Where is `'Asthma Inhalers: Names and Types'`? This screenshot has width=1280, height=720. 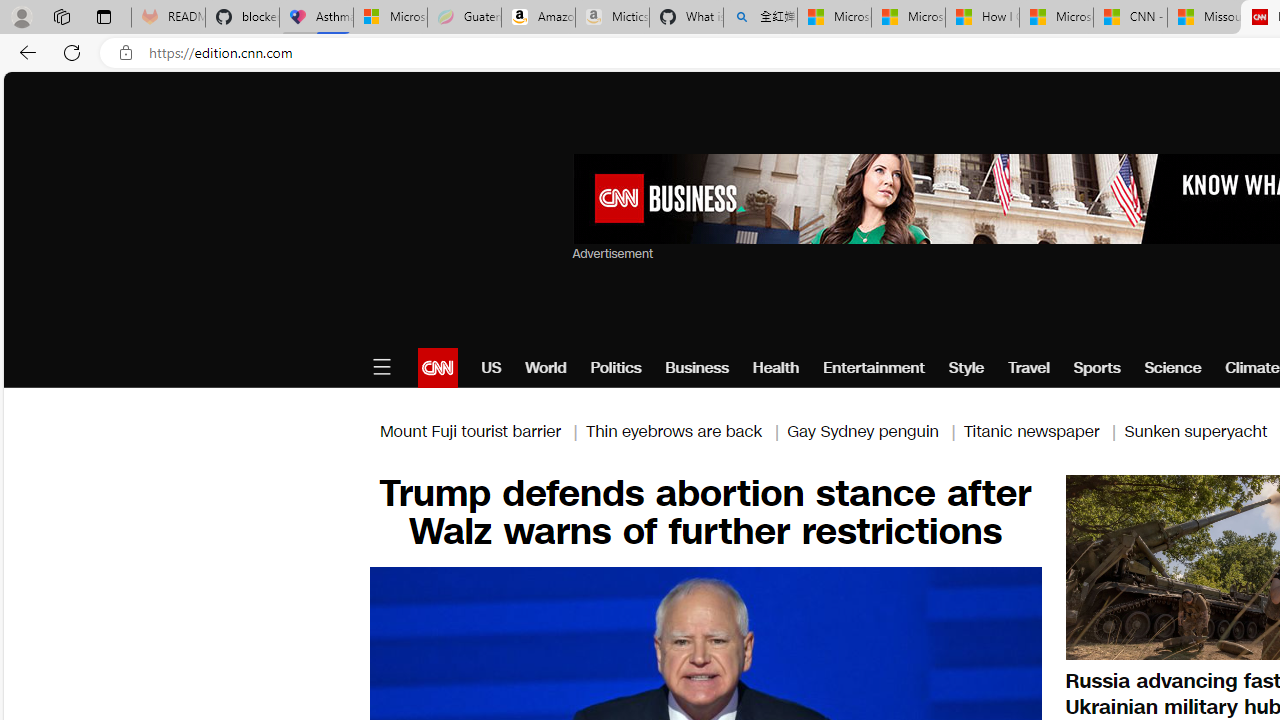
'Asthma Inhalers: Names and Types' is located at coordinates (315, 17).